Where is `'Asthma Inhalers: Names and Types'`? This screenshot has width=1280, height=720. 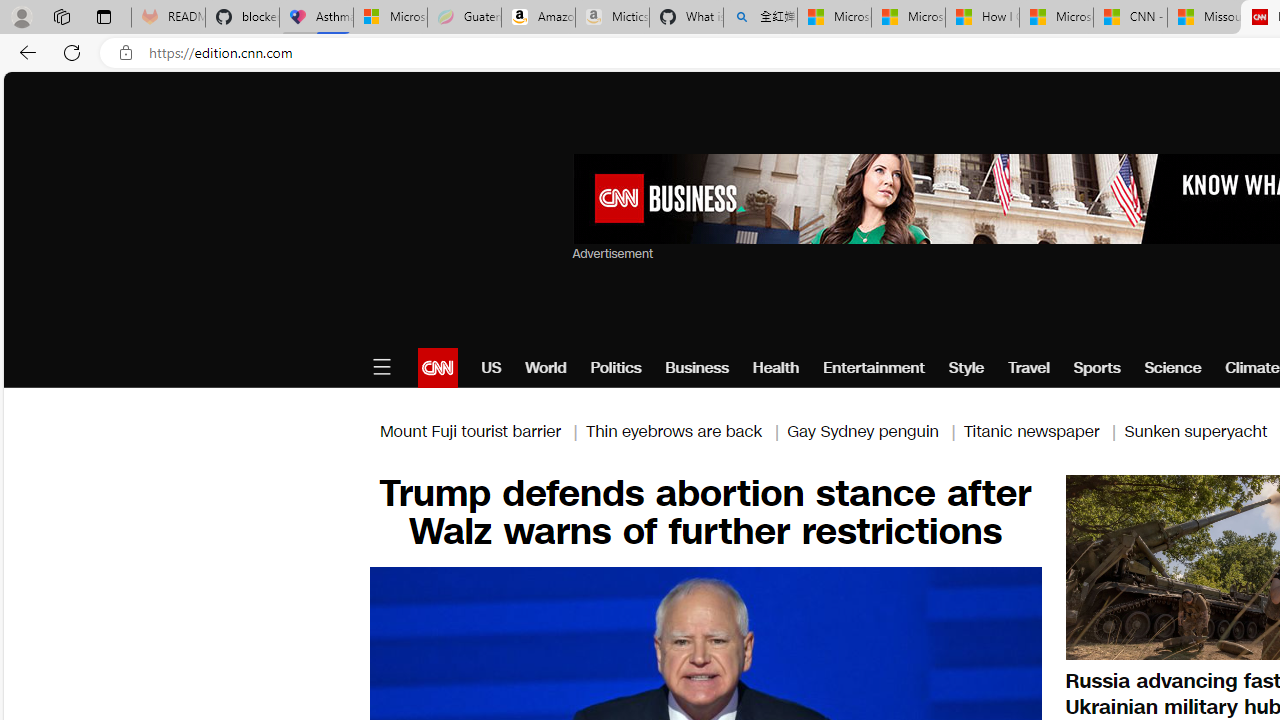
'Asthma Inhalers: Names and Types' is located at coordinates (315, 17).